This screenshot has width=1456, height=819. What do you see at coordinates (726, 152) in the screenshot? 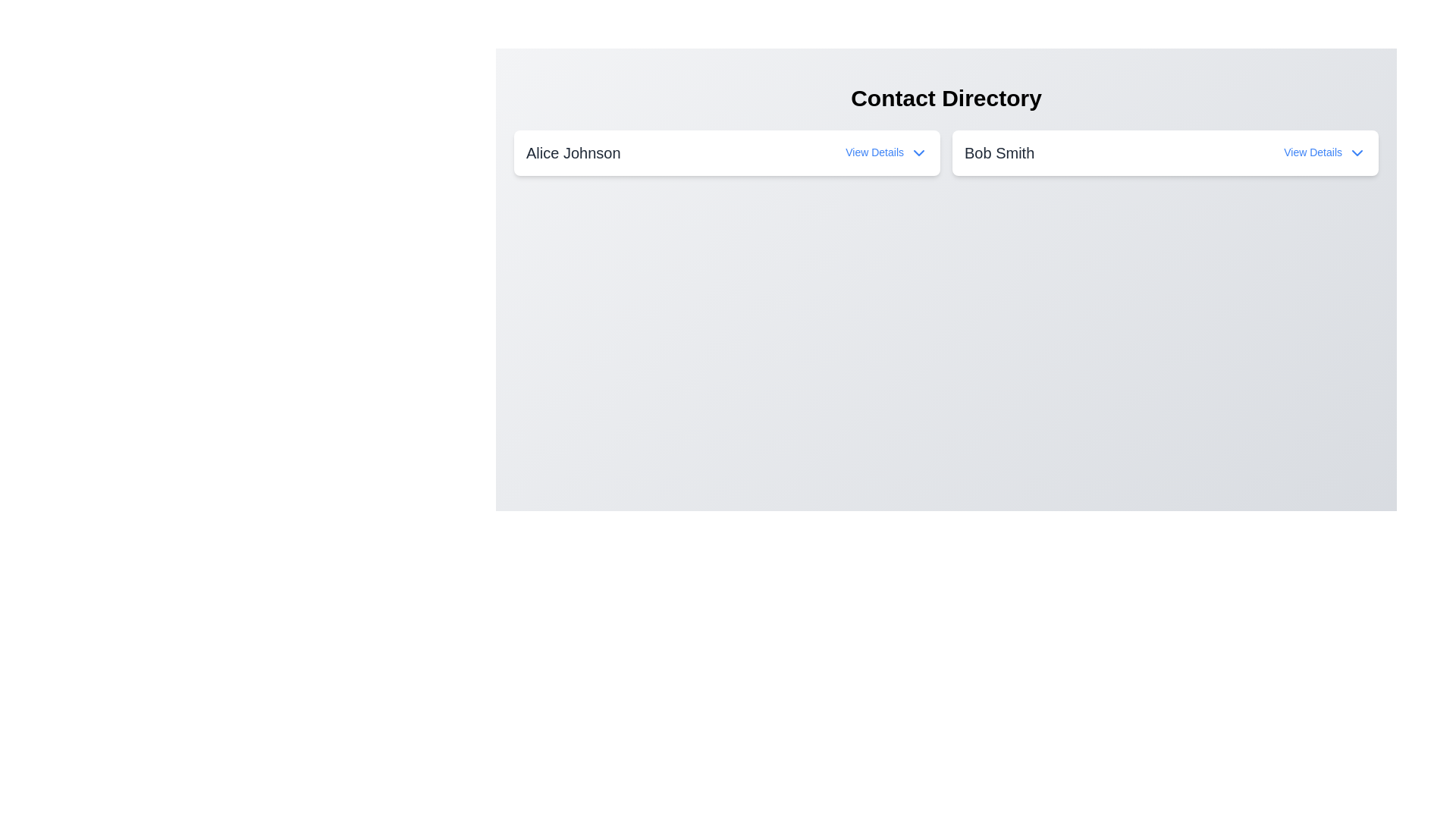
I see `the card displaying information for 'Alice Johnson' in the 'Contact Directory', which is the first card on the left in a horizontal layout` at bounding box center [726, 152].